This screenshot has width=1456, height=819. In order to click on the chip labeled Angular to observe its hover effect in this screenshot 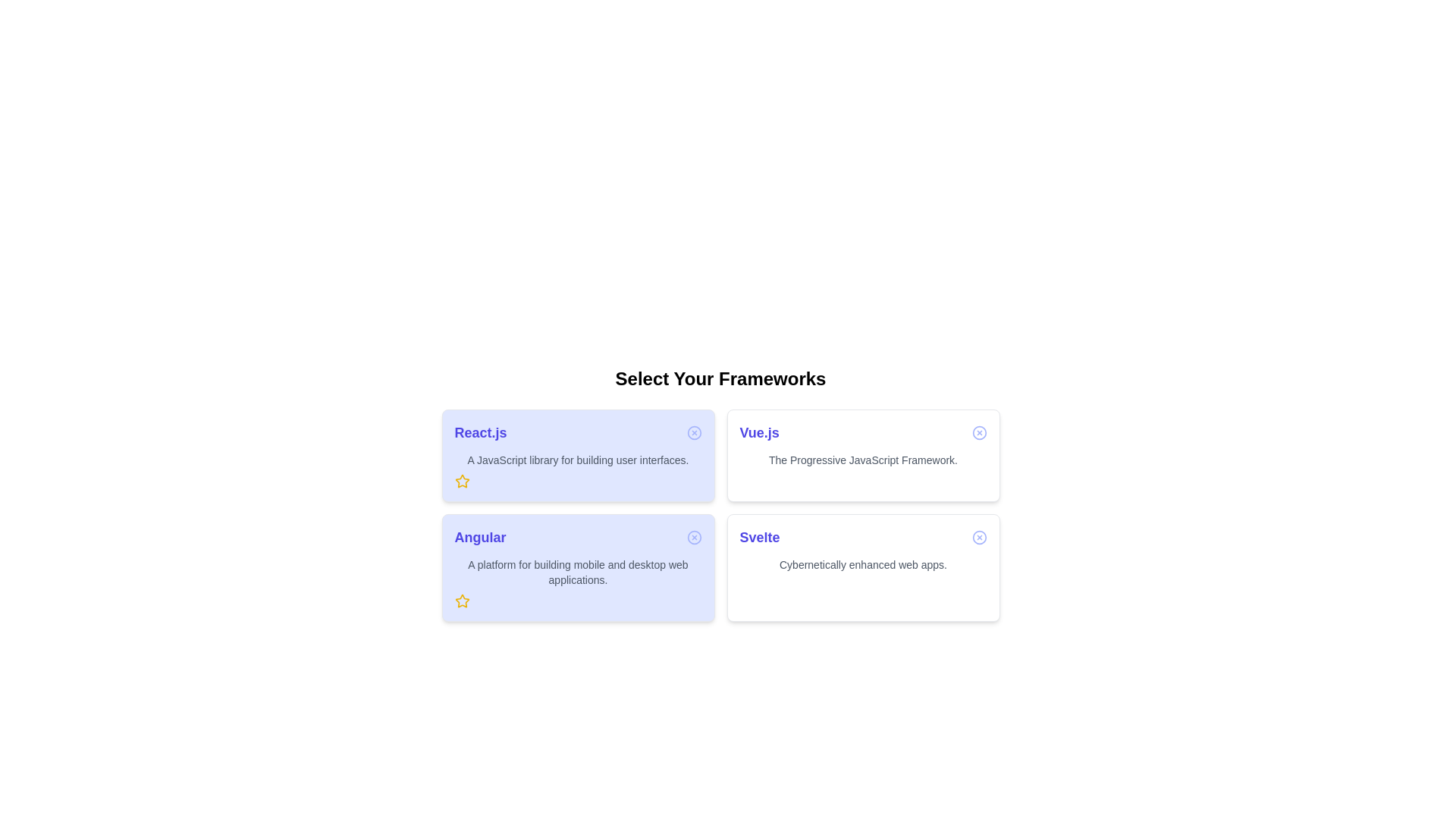, I will do `click(577, 567)`.